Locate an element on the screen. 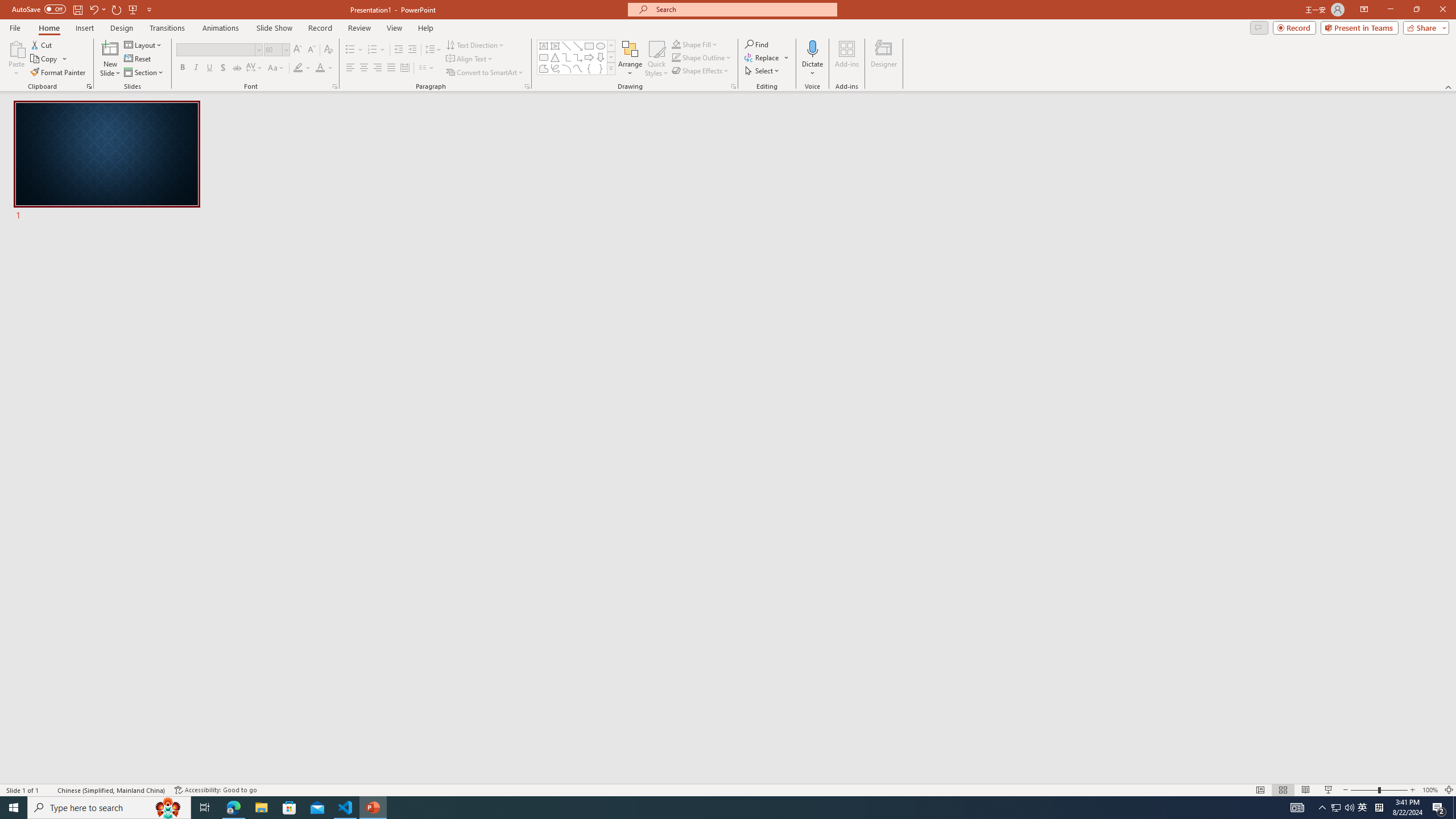  'Numbering' is located at coordinates (377, 49).